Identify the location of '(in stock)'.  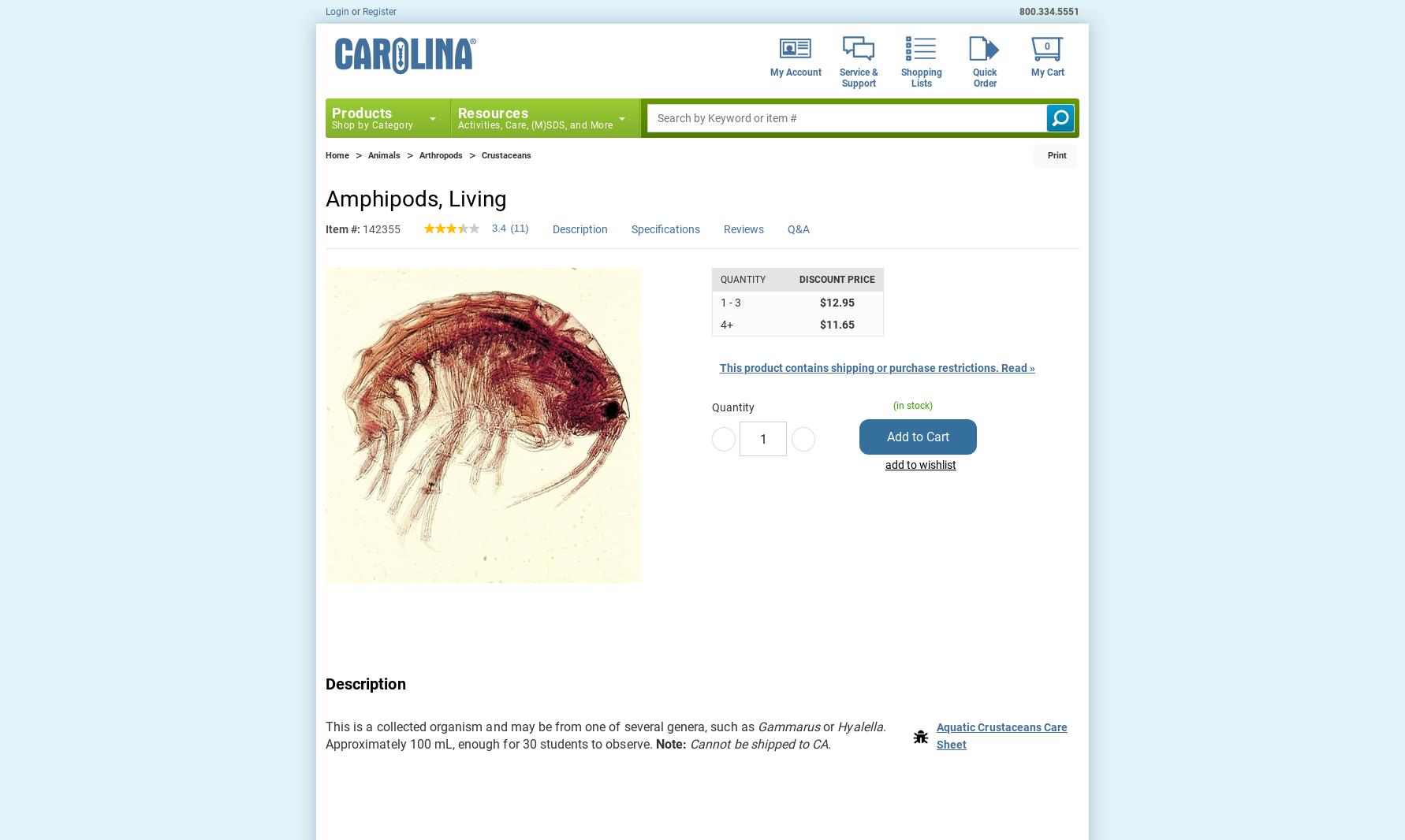
(912, 405).